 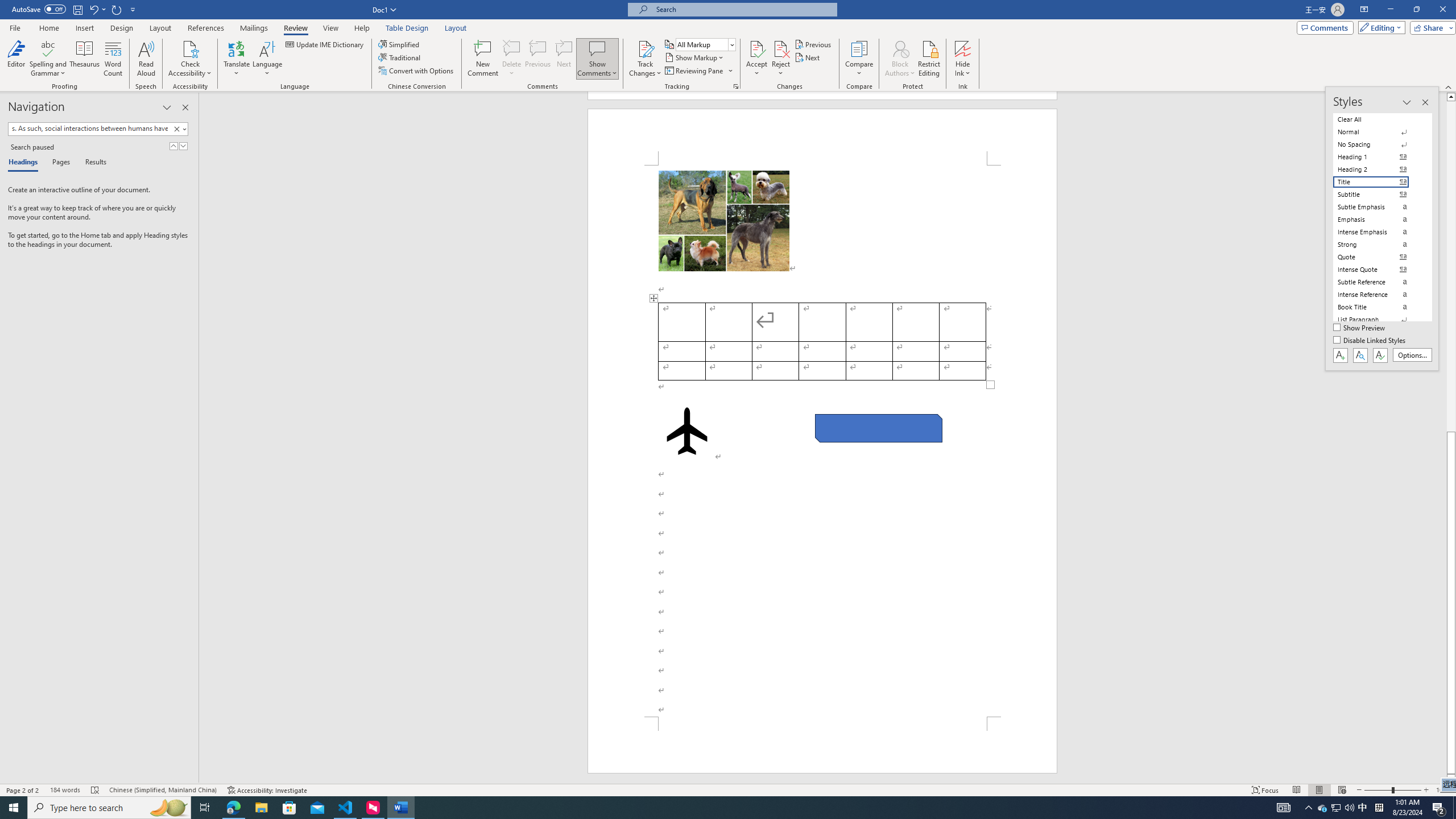 What do you see at coordinates (183, 146) in the screenshot?
I see `'Next Result'` at bounding box center [183, 146].